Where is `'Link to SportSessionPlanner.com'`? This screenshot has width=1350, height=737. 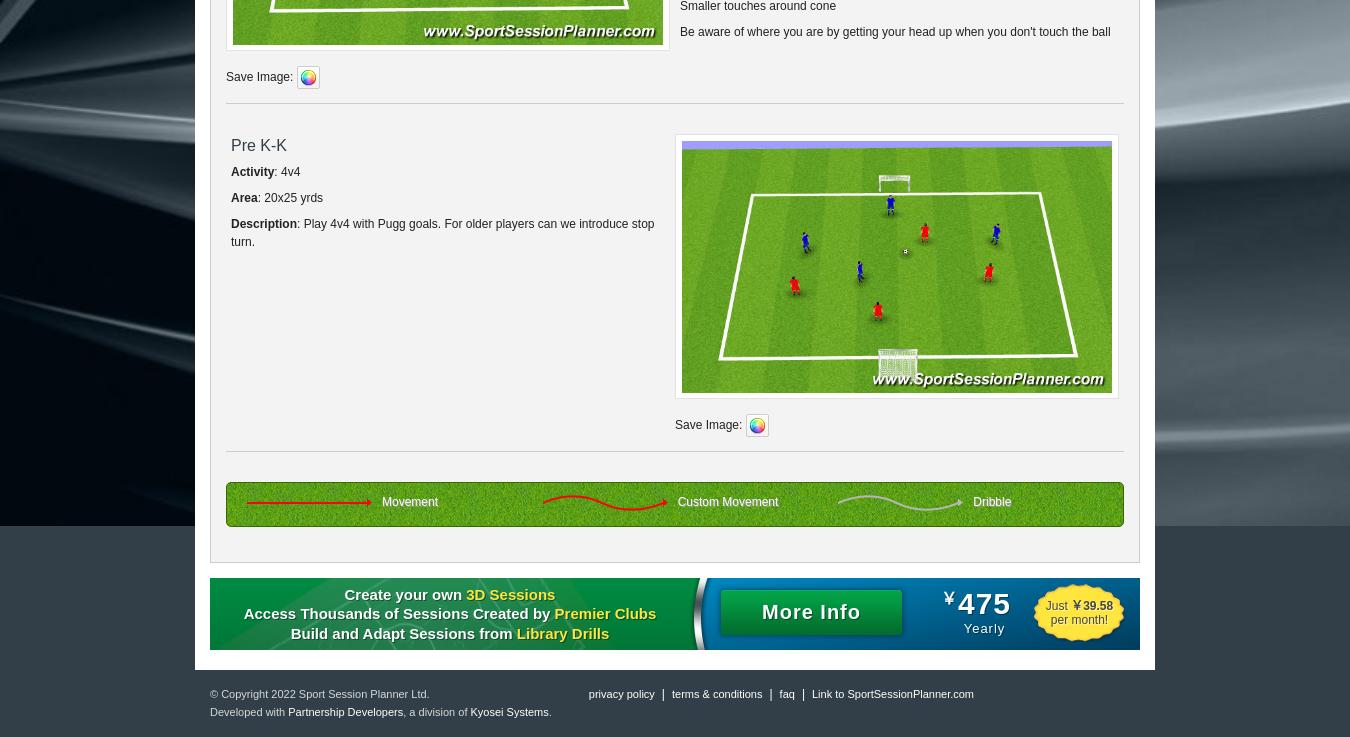
'Link to SportSessionPlanner.com' is located at coordinates (893, 693).